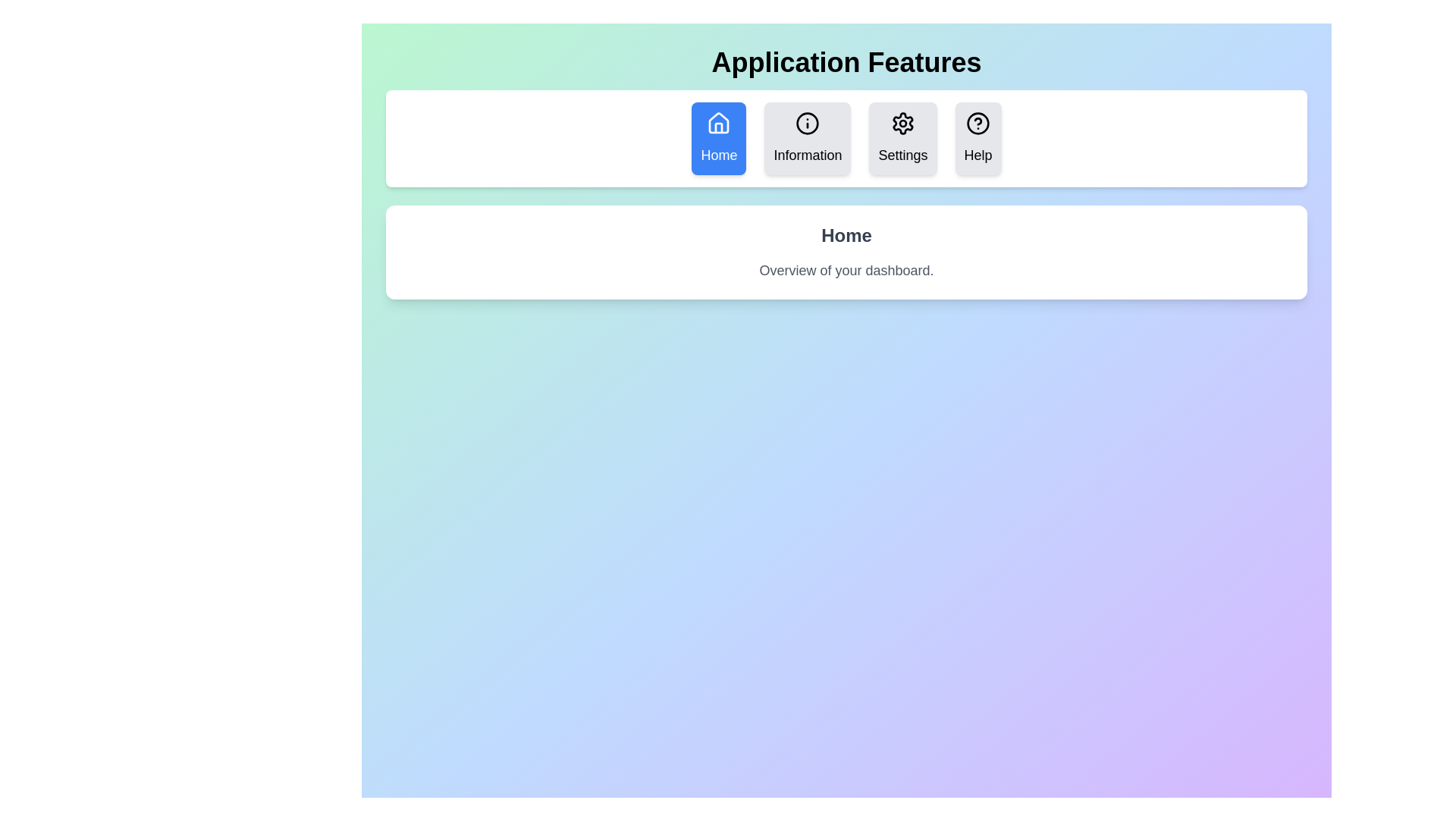  Describe the element at coordinates (978, 138) in the screenshot. I see `the Help tab button to switch to that tab` at that location.